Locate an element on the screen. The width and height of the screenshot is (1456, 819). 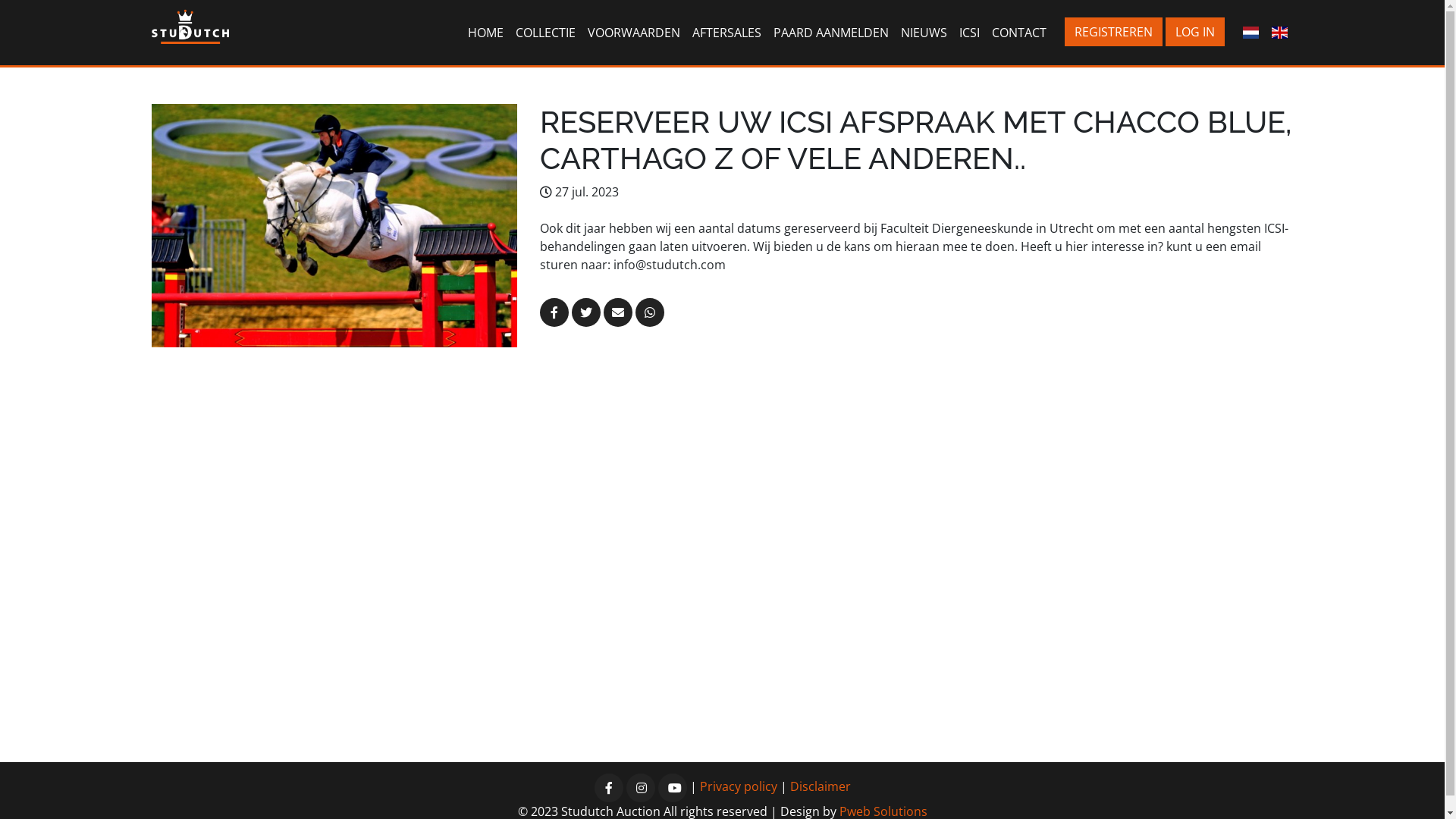
'VOORWAARDEN' is located at coordinates (633, 32).